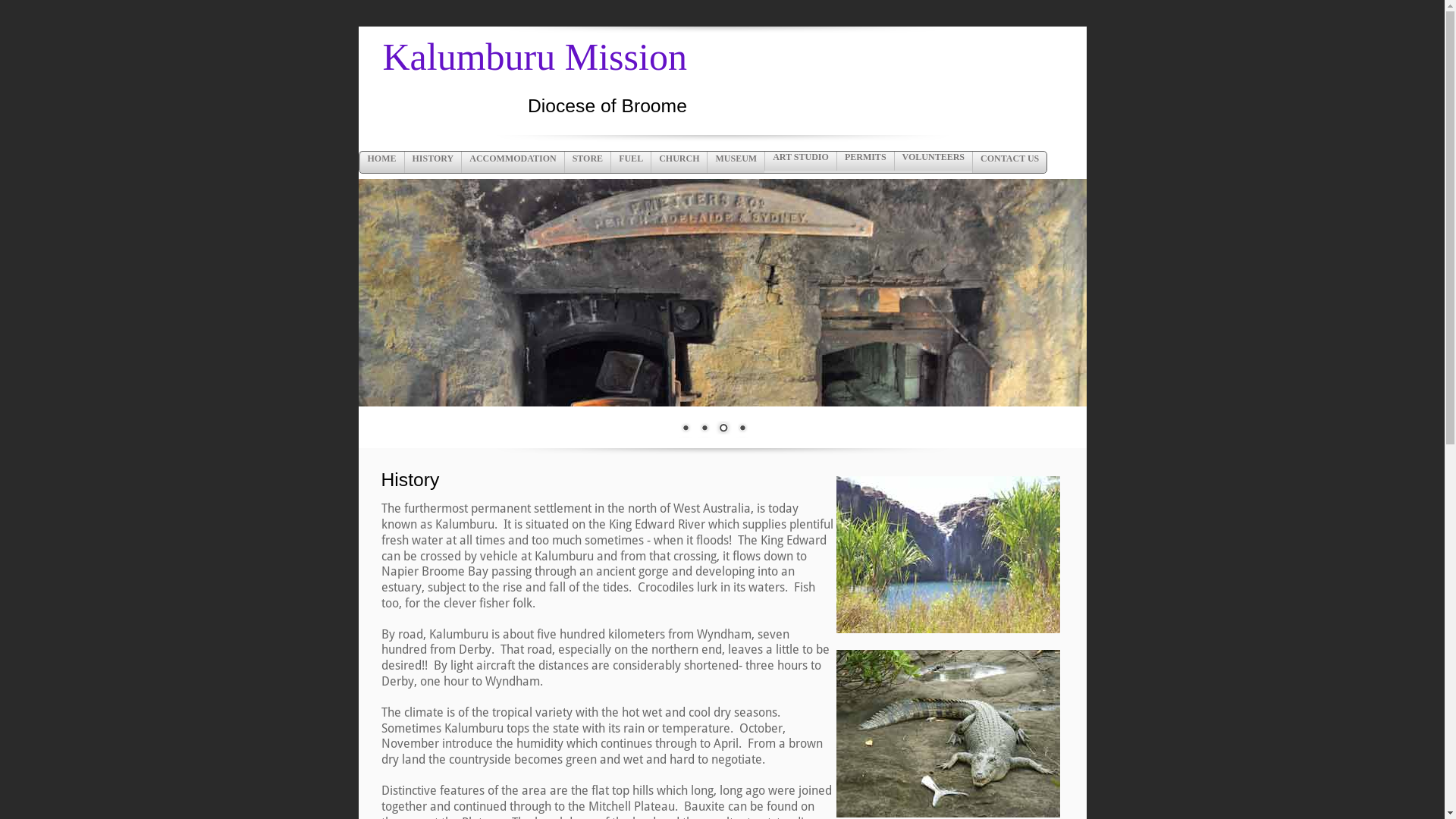  Describe the element at coordinates (722, 429) in the screenshot. I see `'3'` at that location.